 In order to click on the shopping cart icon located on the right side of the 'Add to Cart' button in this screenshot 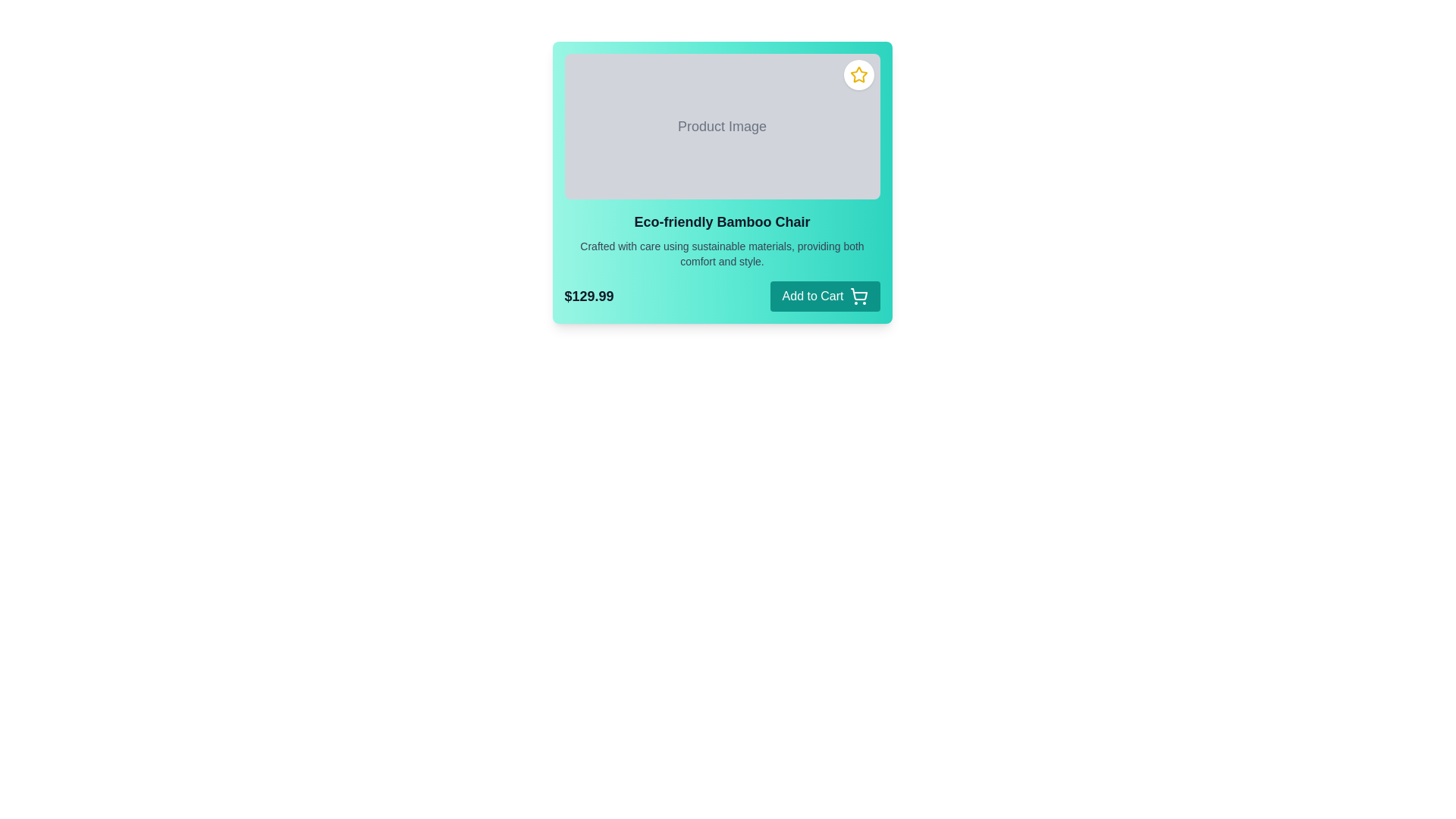, I will do `click(858, 294)`.